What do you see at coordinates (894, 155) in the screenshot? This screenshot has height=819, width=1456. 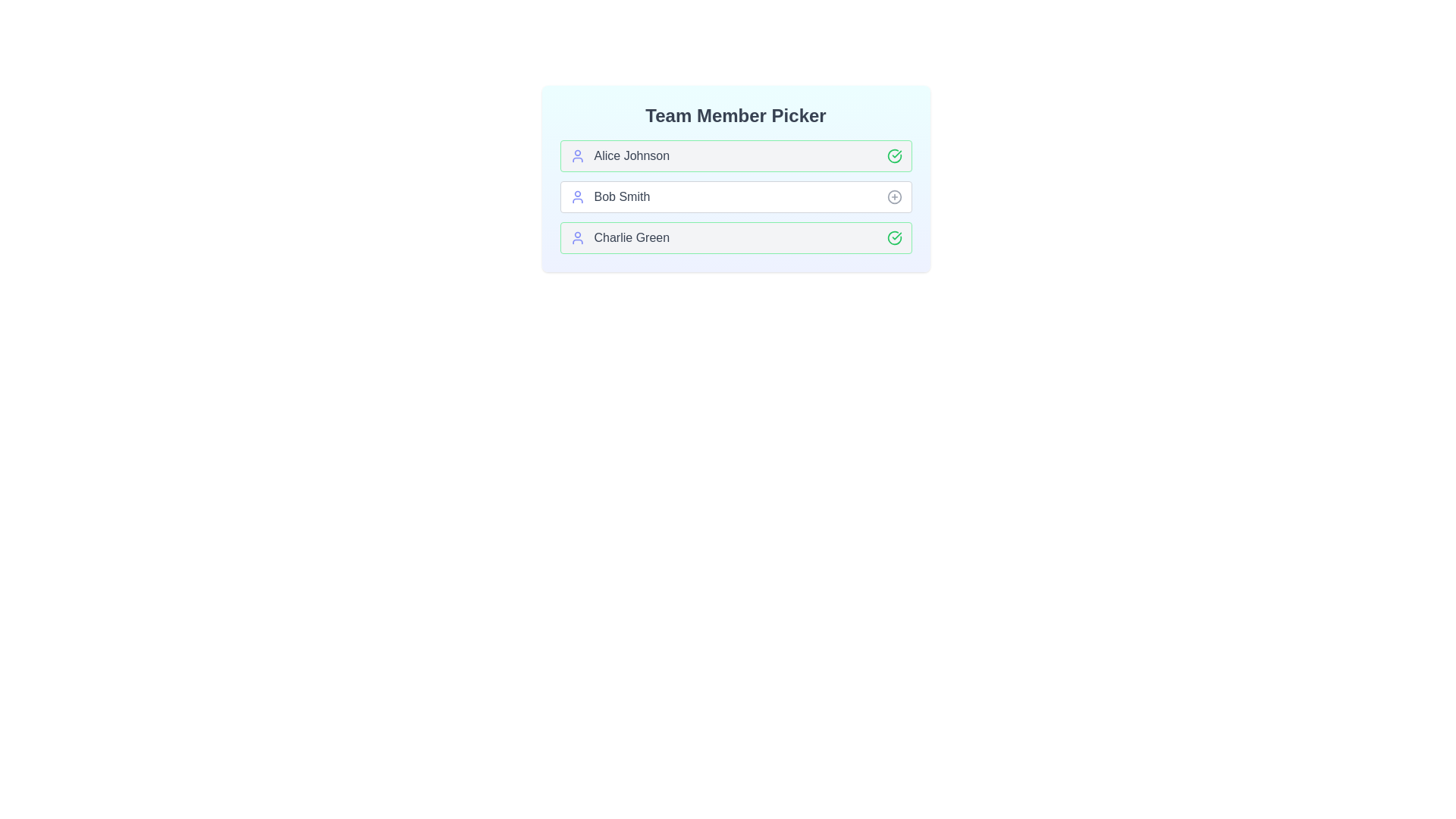 I see `the team member identified by Alice Johnson` at bounding box center [894, 155].